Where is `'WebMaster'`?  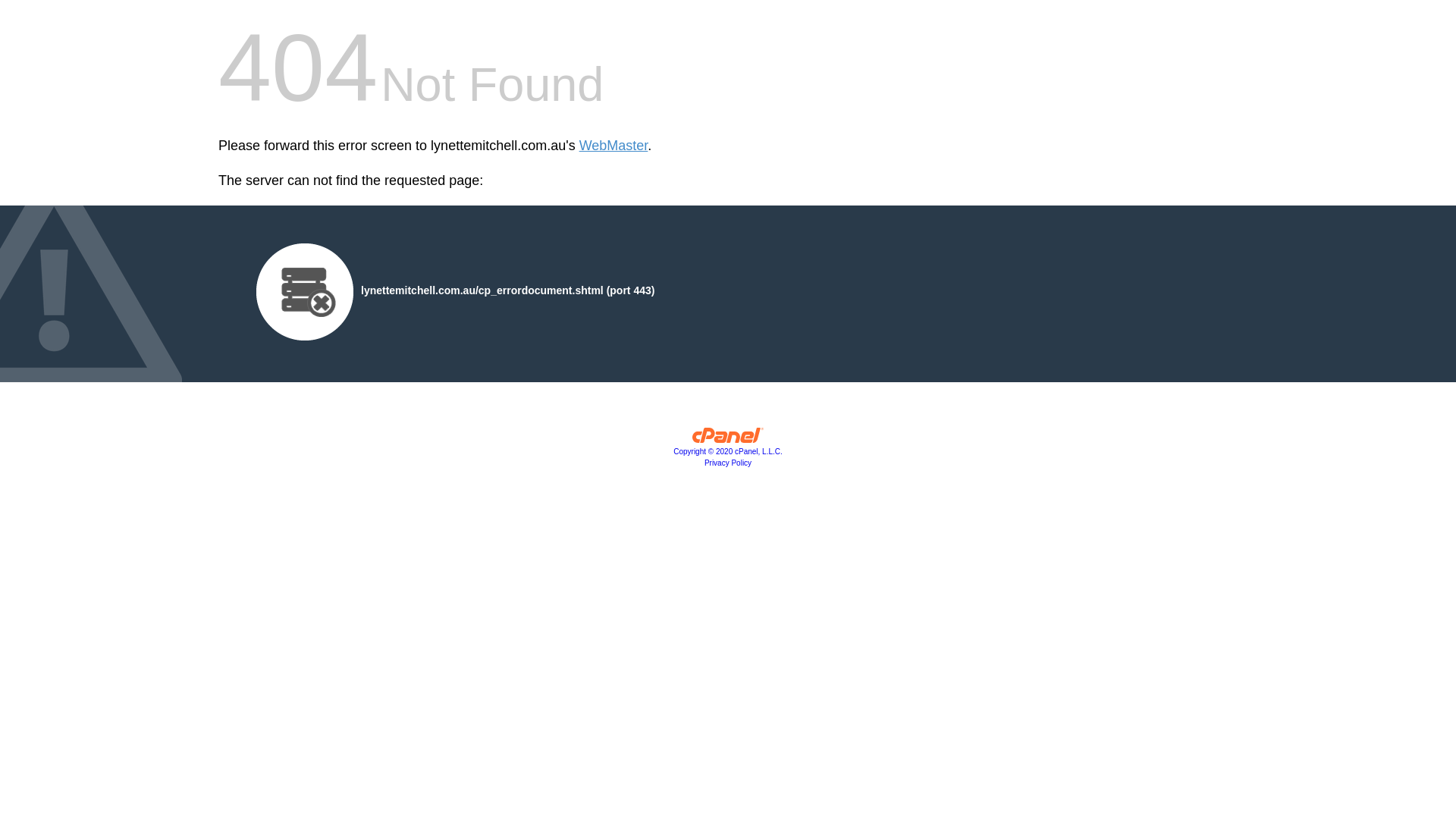 'WebMaster' is located at coordinates (613, 146).